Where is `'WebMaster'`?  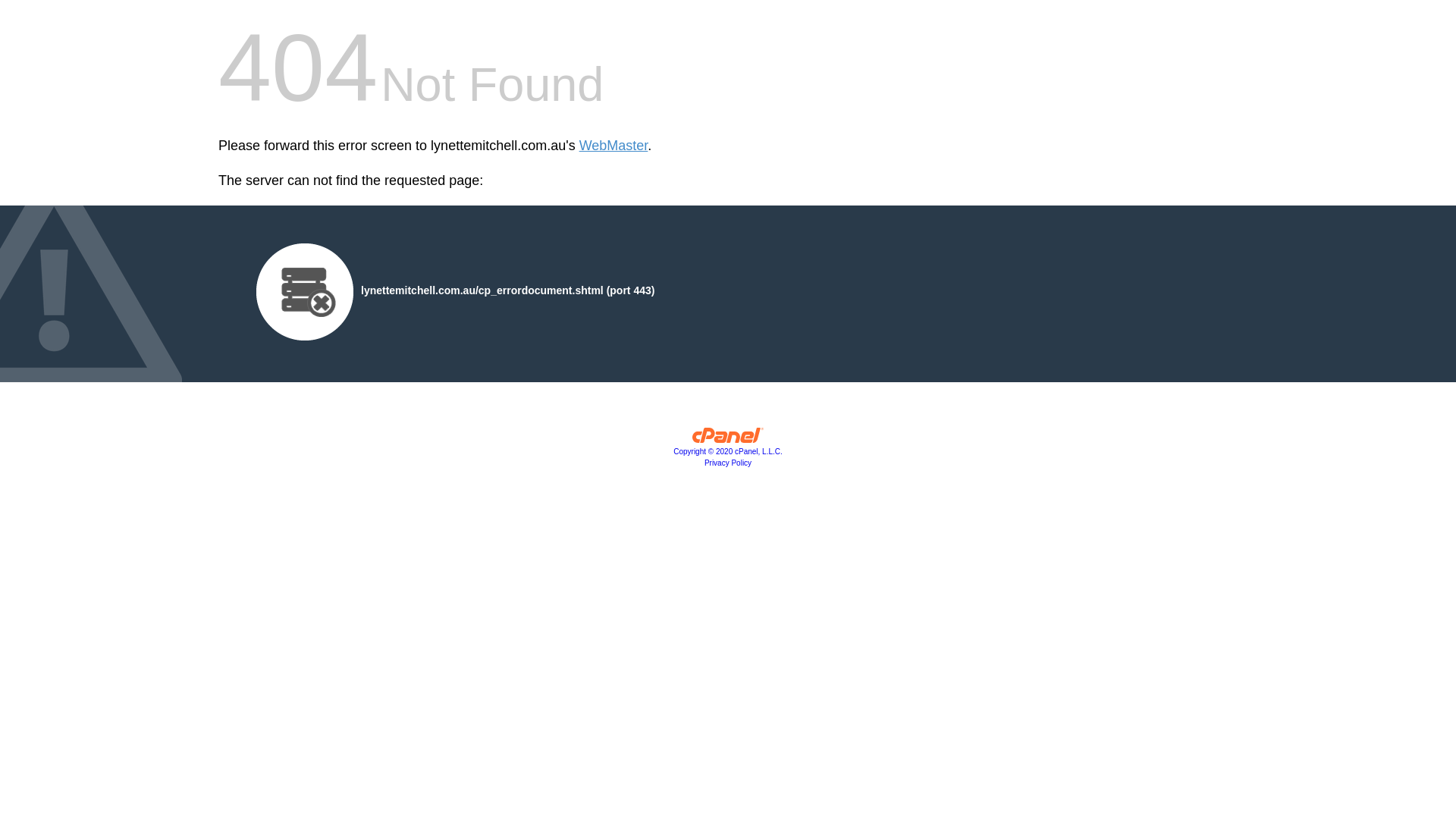 'WebMaster' is located at coordinates (613, 146).